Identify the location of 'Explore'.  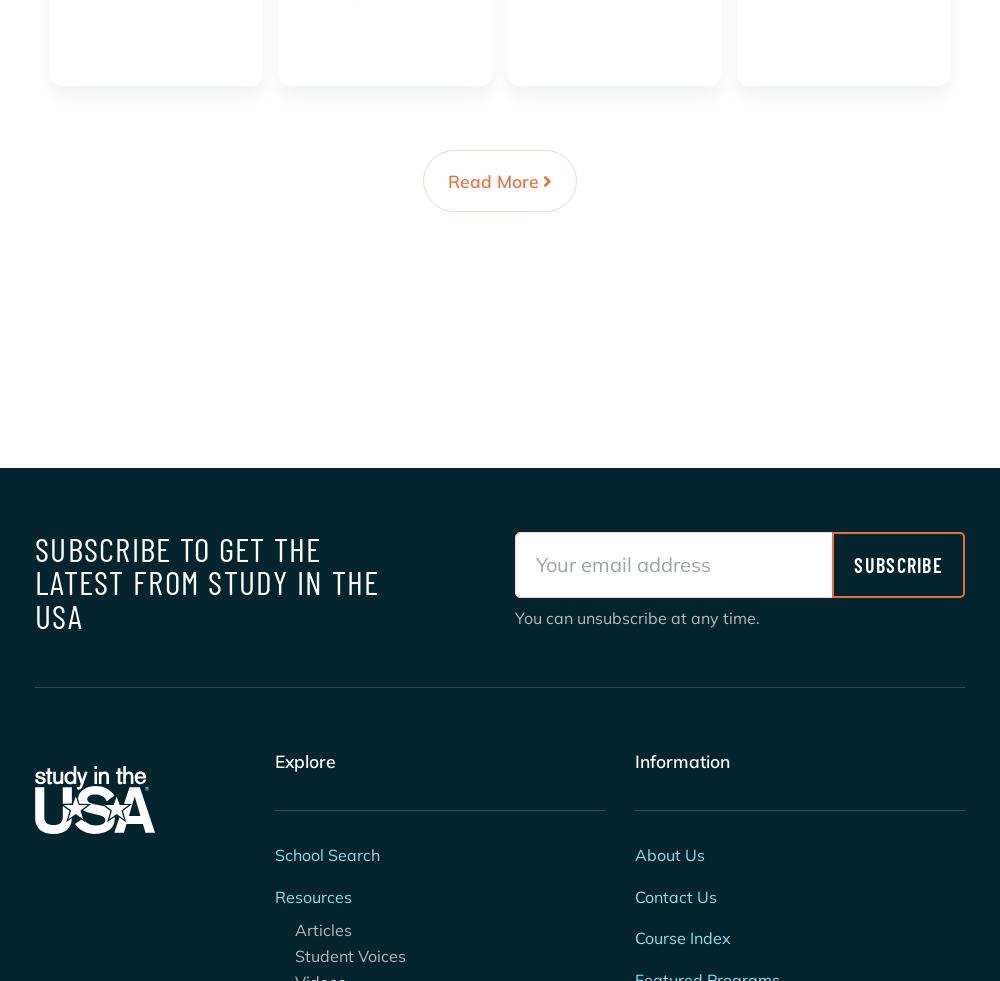
(305, 760).